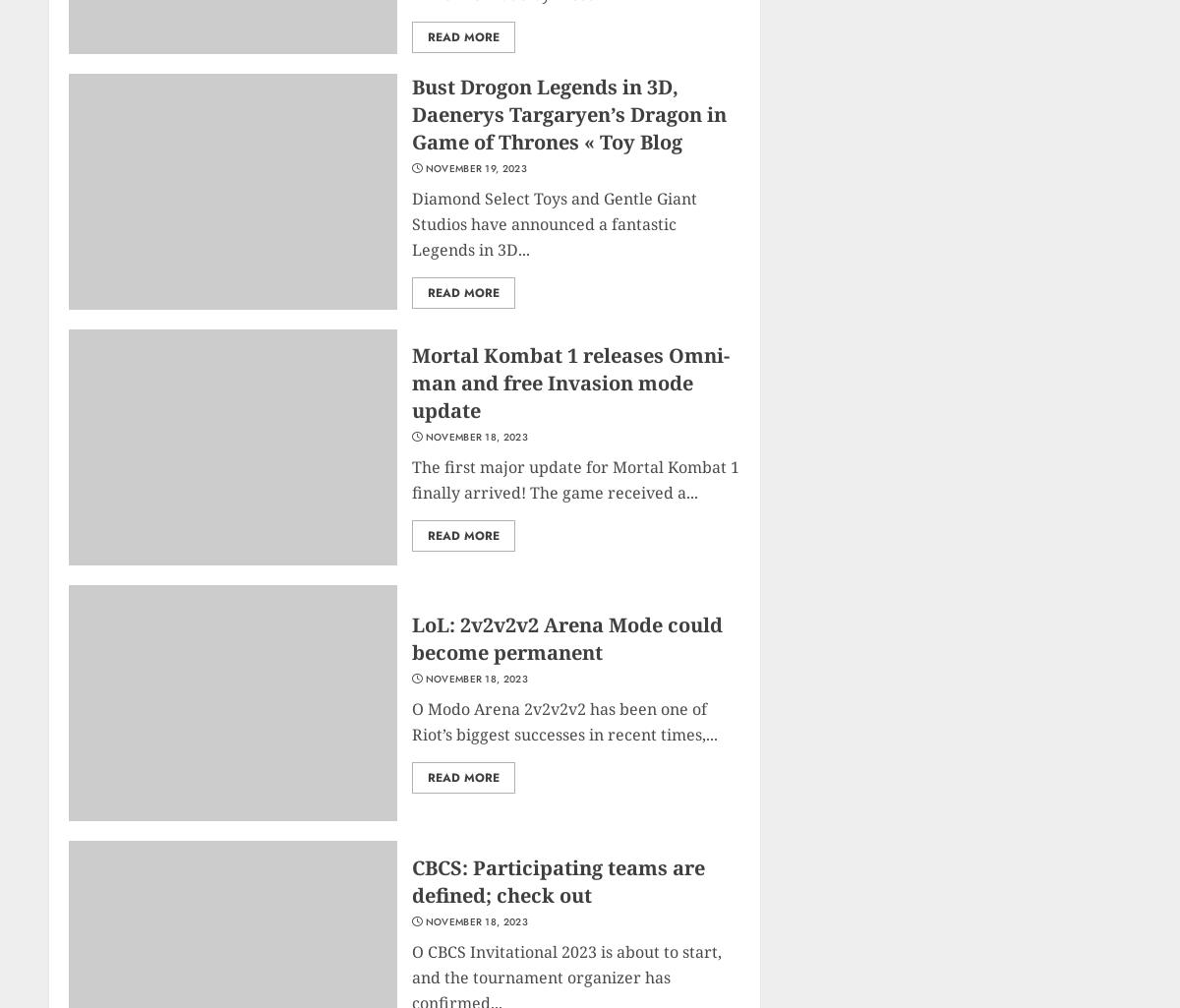 The width and height of the screenshot is (1180, 1008). What do you see at coordinates (474, 167) in the screenshot?
I see `'November 19, 2023'` at bounding box center [474, 167].